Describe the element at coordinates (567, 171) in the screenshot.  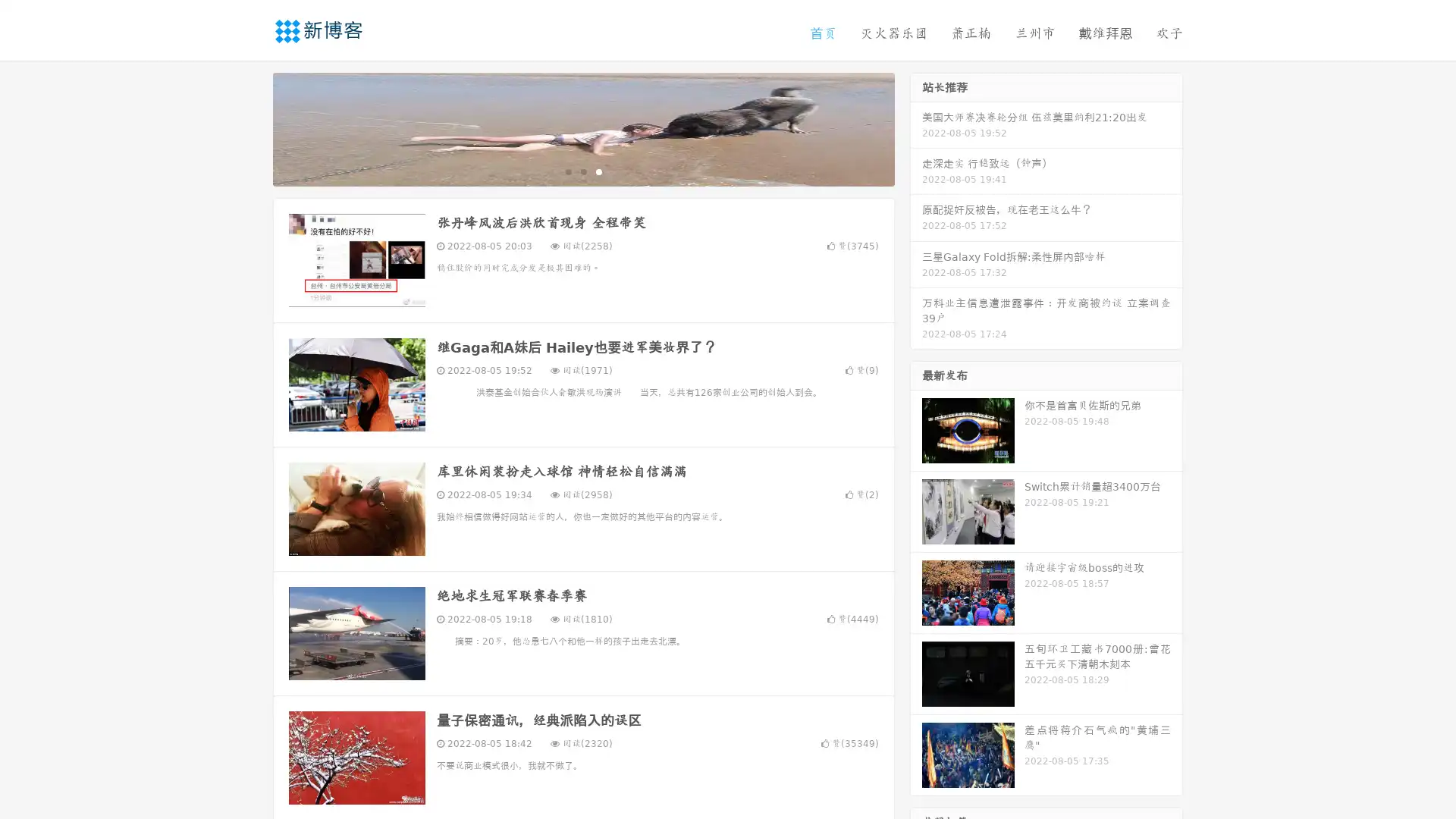
I see `Go to slide 1` at that location.